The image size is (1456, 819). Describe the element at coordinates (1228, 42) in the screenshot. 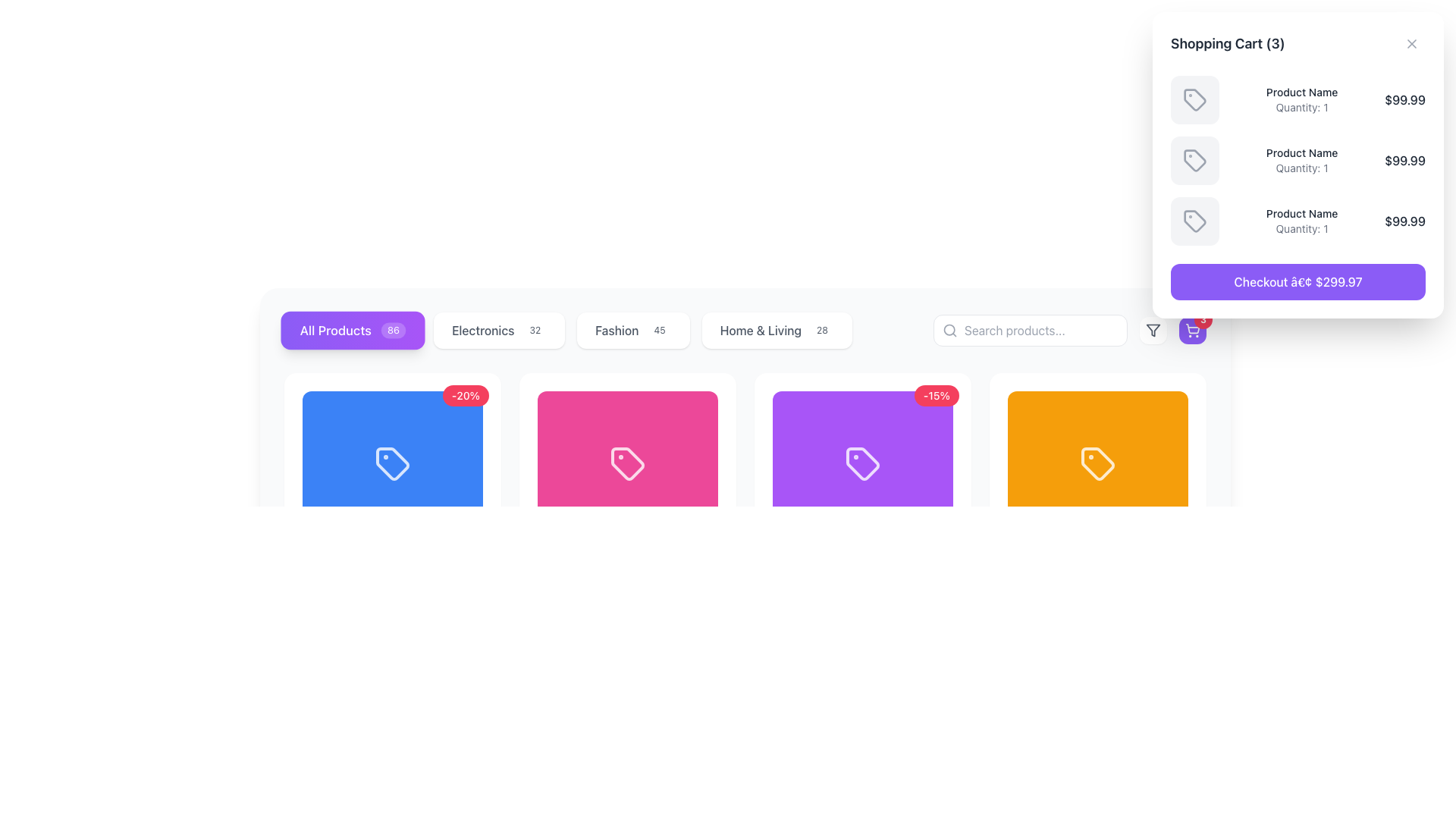

I see `the text label displaying 'Shopping Cart (3)' which is styled in bold and dark gray, located at the top of the shopping cart details panel` at that location.